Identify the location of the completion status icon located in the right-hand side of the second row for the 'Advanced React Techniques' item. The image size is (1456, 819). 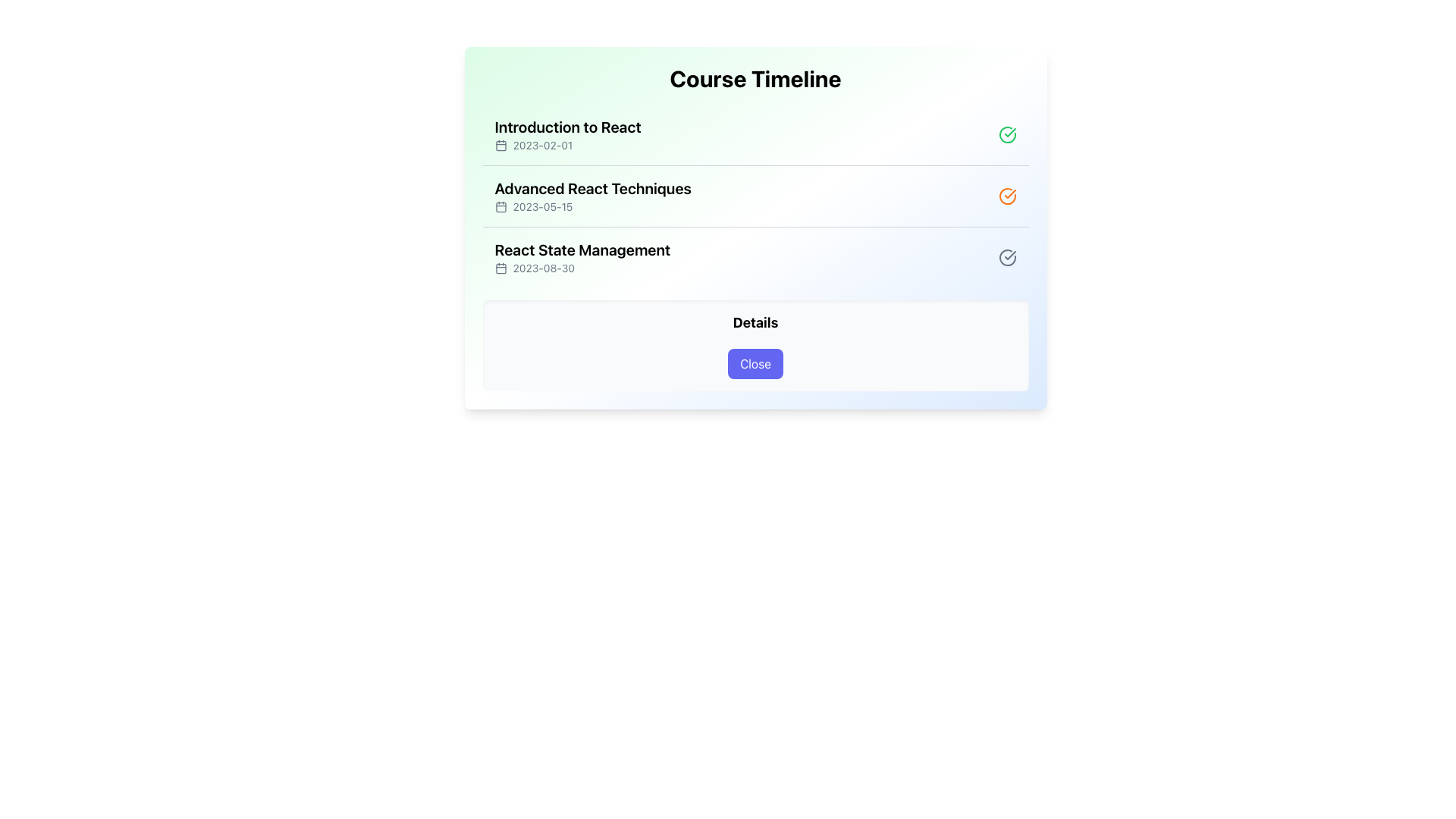
(1009, 193).